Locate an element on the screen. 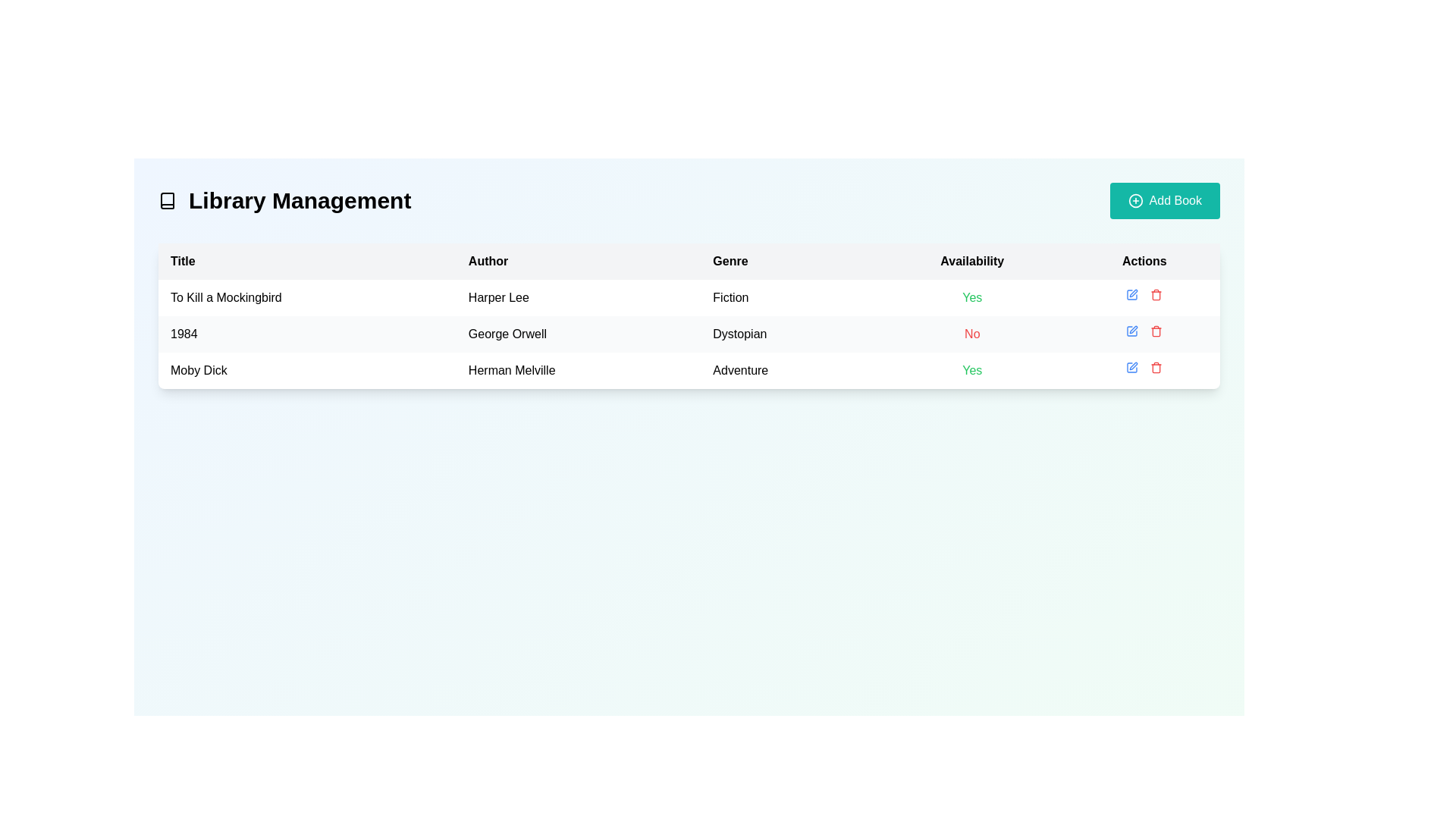  the table cell representing the genre of the book 'Moby Dick', located in the third row and third column of the library management table is located at coordinates (788, 371).